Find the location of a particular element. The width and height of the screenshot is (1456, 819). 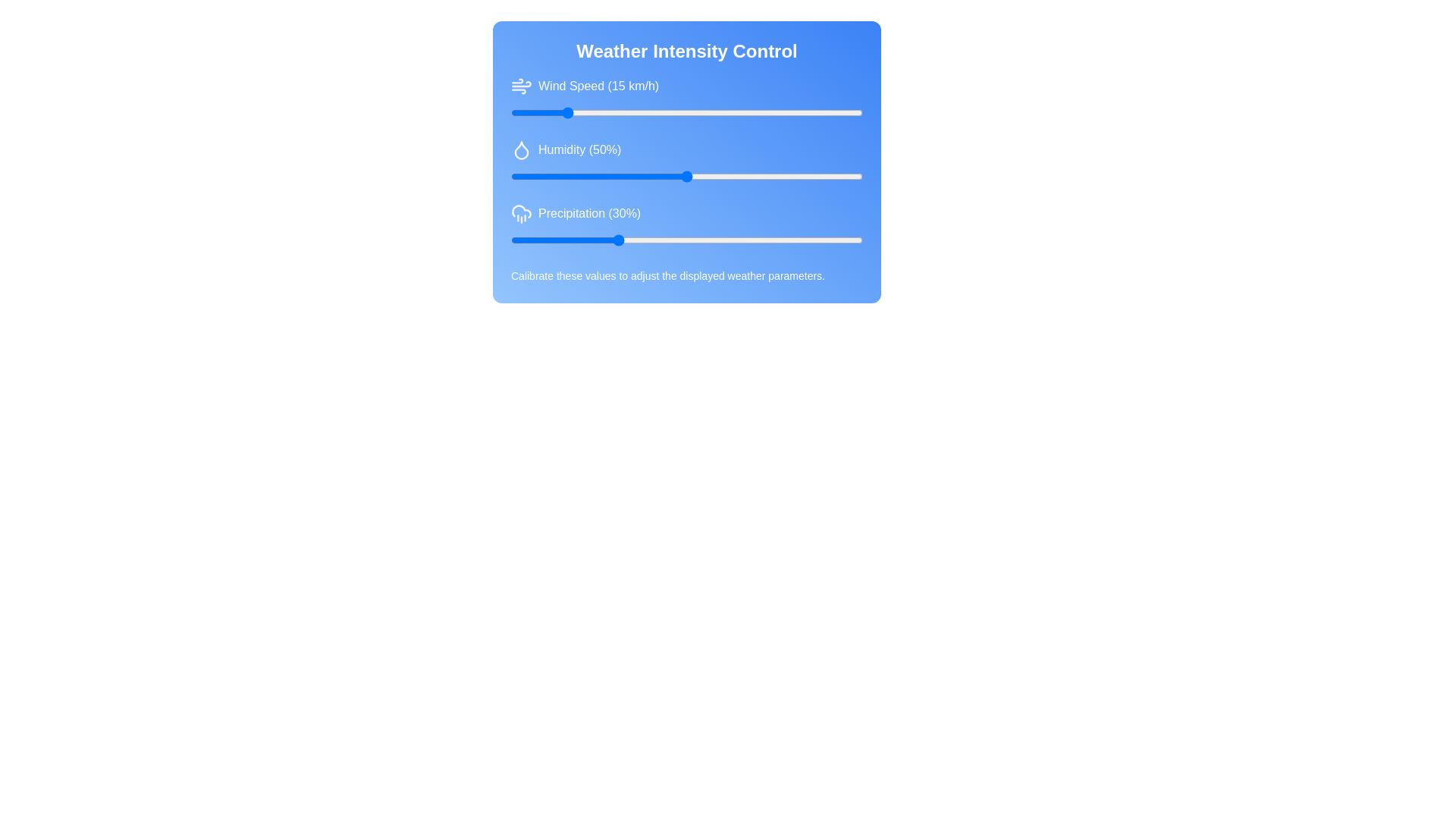

the wind speed is located at coordinates (542, 112).